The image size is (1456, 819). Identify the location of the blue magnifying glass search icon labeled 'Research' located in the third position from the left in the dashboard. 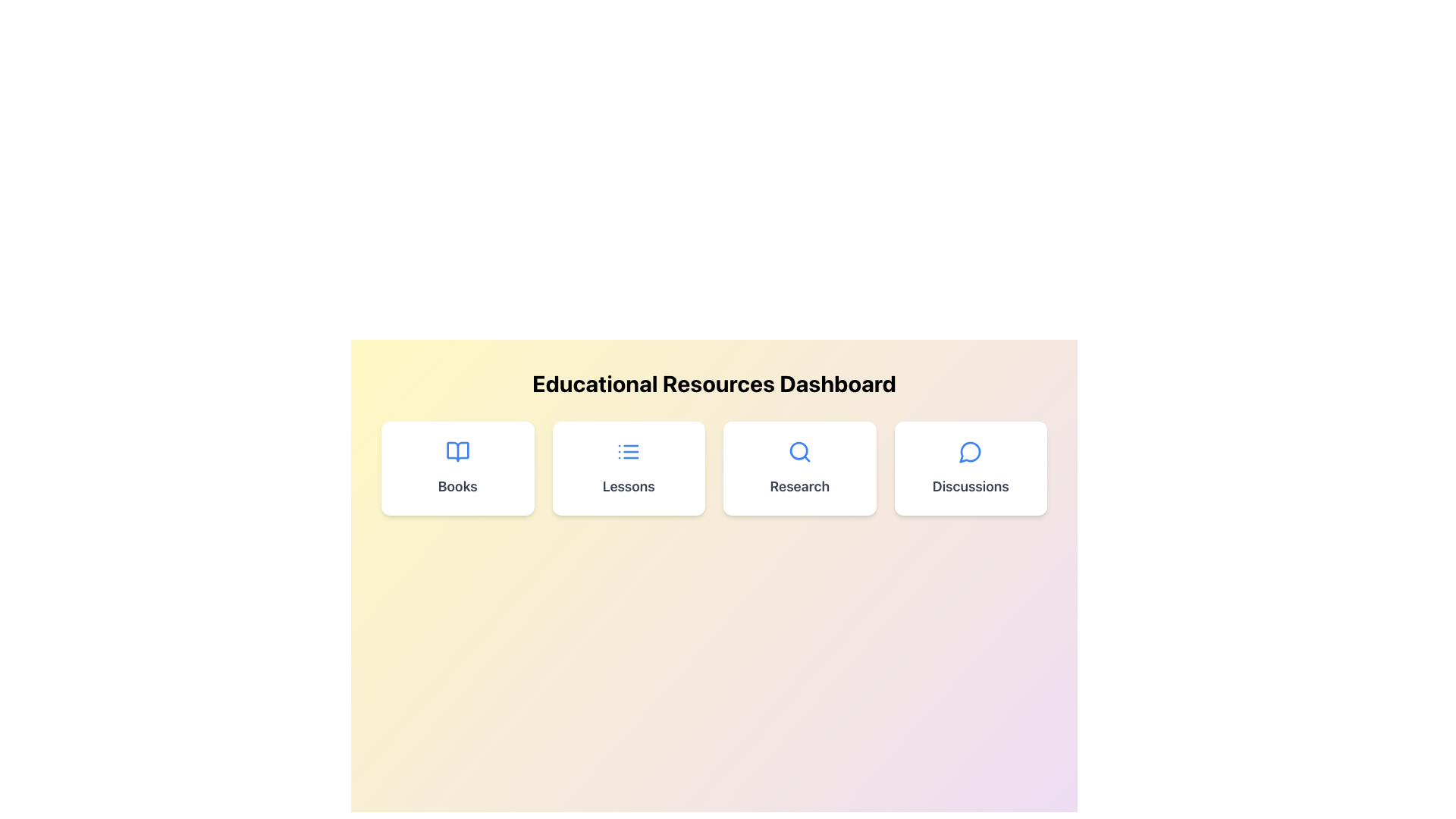
(799, 451).